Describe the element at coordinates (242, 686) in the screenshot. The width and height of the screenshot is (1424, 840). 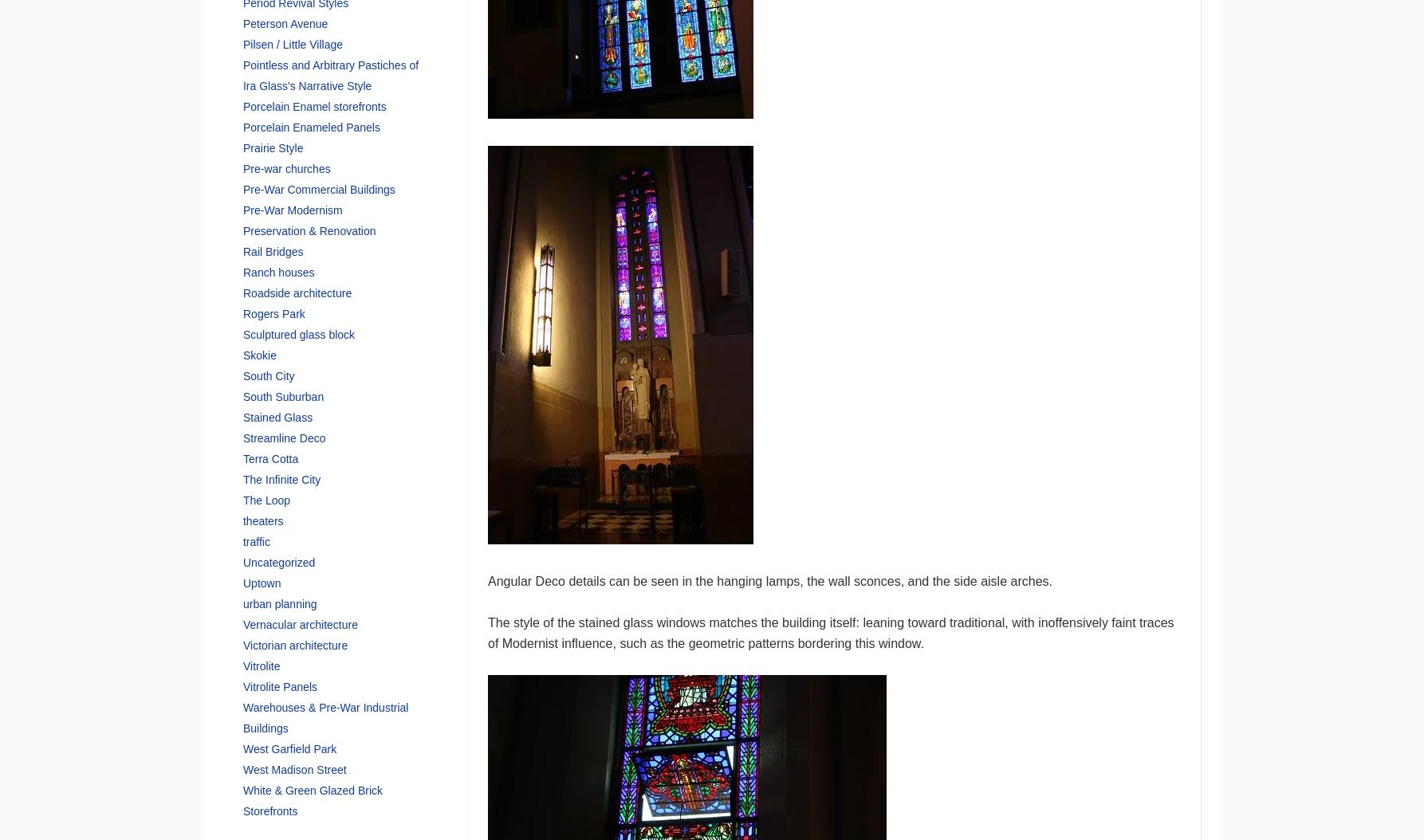
I see `'Vitrolite Panels'` at that location.